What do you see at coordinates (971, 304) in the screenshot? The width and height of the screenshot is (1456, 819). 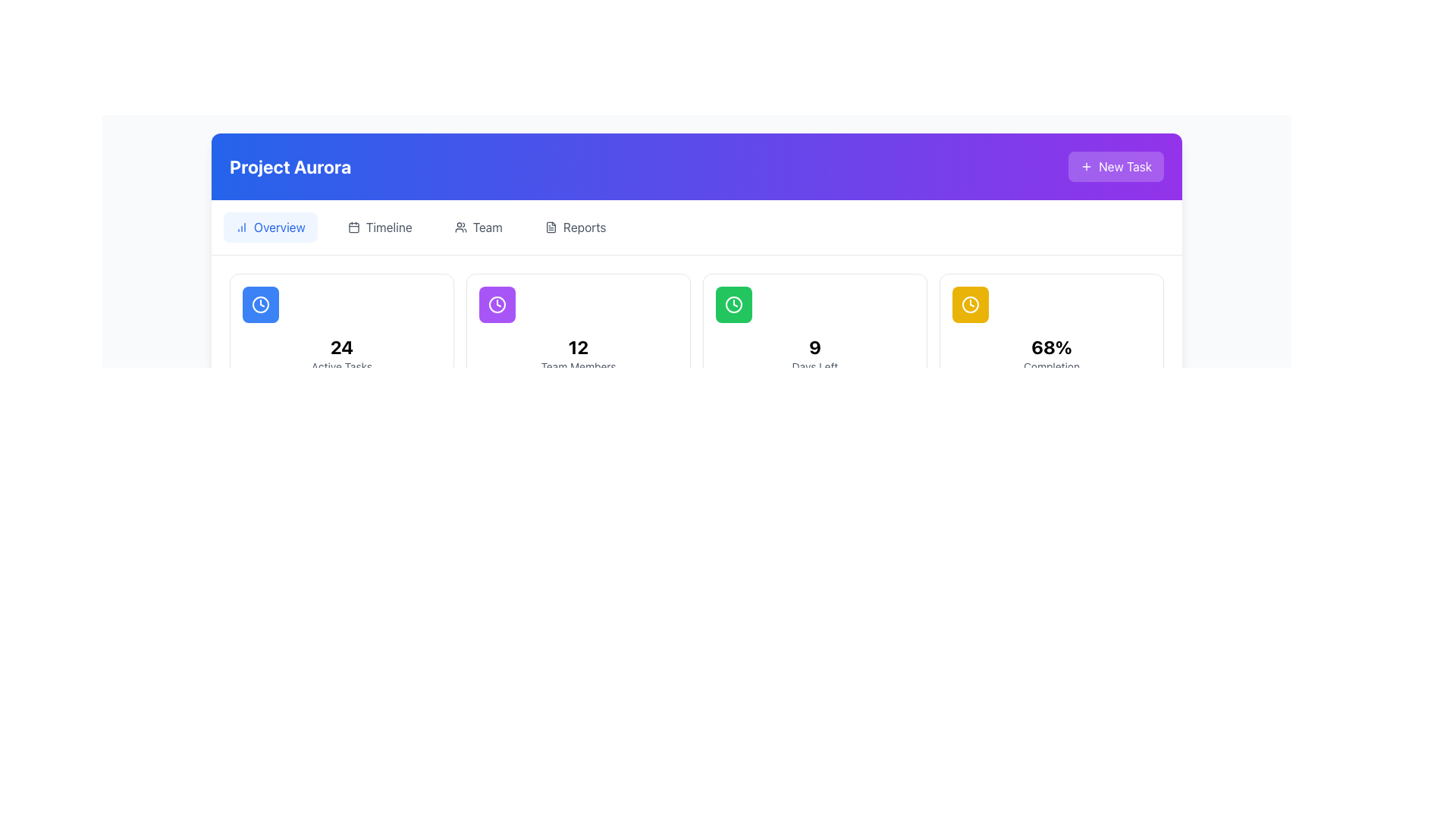 I see `the yellow circular SVG graphical element that is part of the clock face icon displaying '68% Completion' located in the top-right section of the performance metrics grid` at bounding box center [971, 304].